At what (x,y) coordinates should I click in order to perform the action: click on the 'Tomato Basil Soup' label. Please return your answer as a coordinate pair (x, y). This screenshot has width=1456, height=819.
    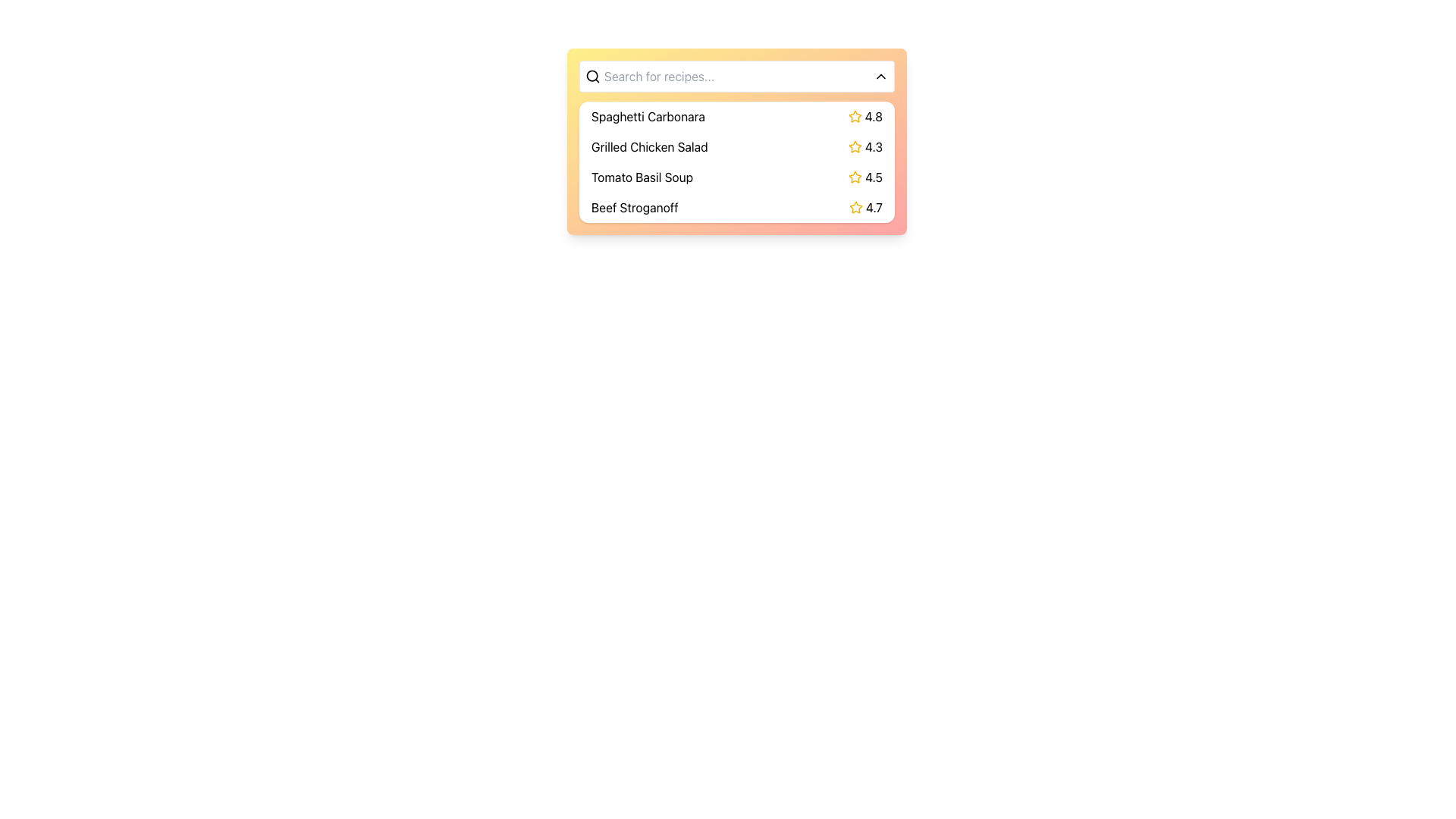
    Looking at the image, I should click on (642, 177).